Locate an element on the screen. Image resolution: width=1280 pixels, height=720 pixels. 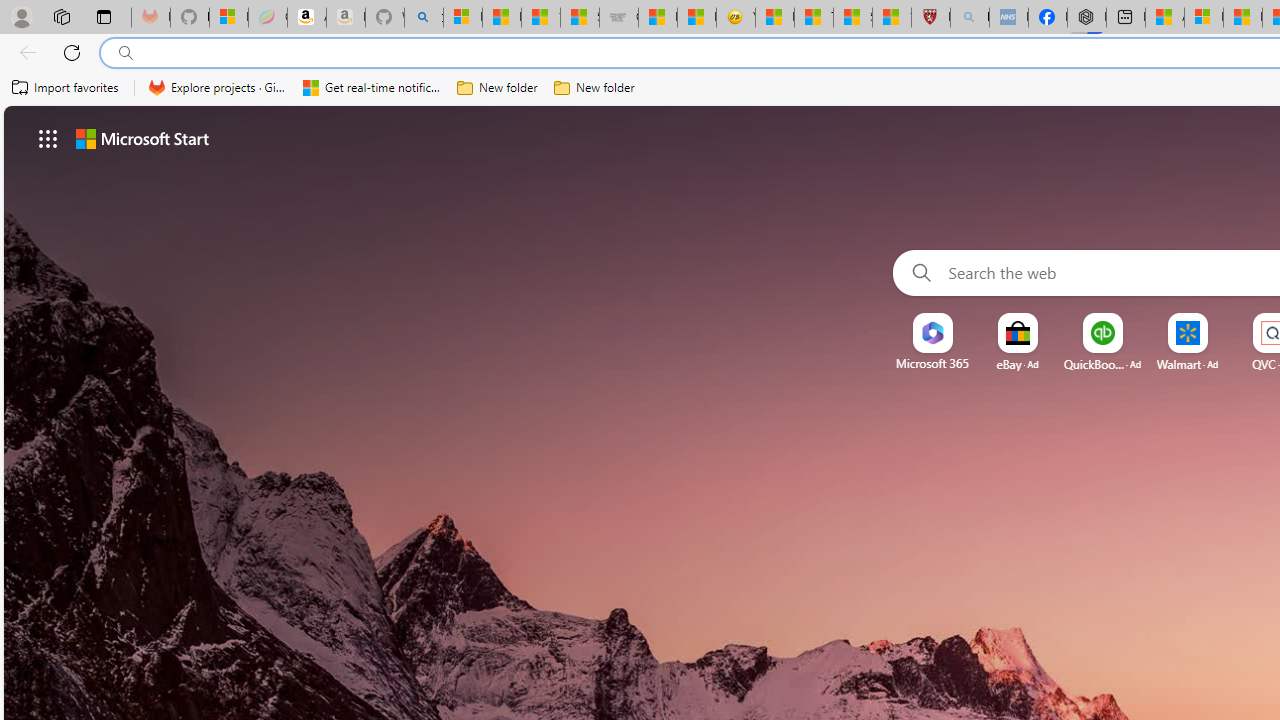
'App launcher' is located at coordinates (48, 137).